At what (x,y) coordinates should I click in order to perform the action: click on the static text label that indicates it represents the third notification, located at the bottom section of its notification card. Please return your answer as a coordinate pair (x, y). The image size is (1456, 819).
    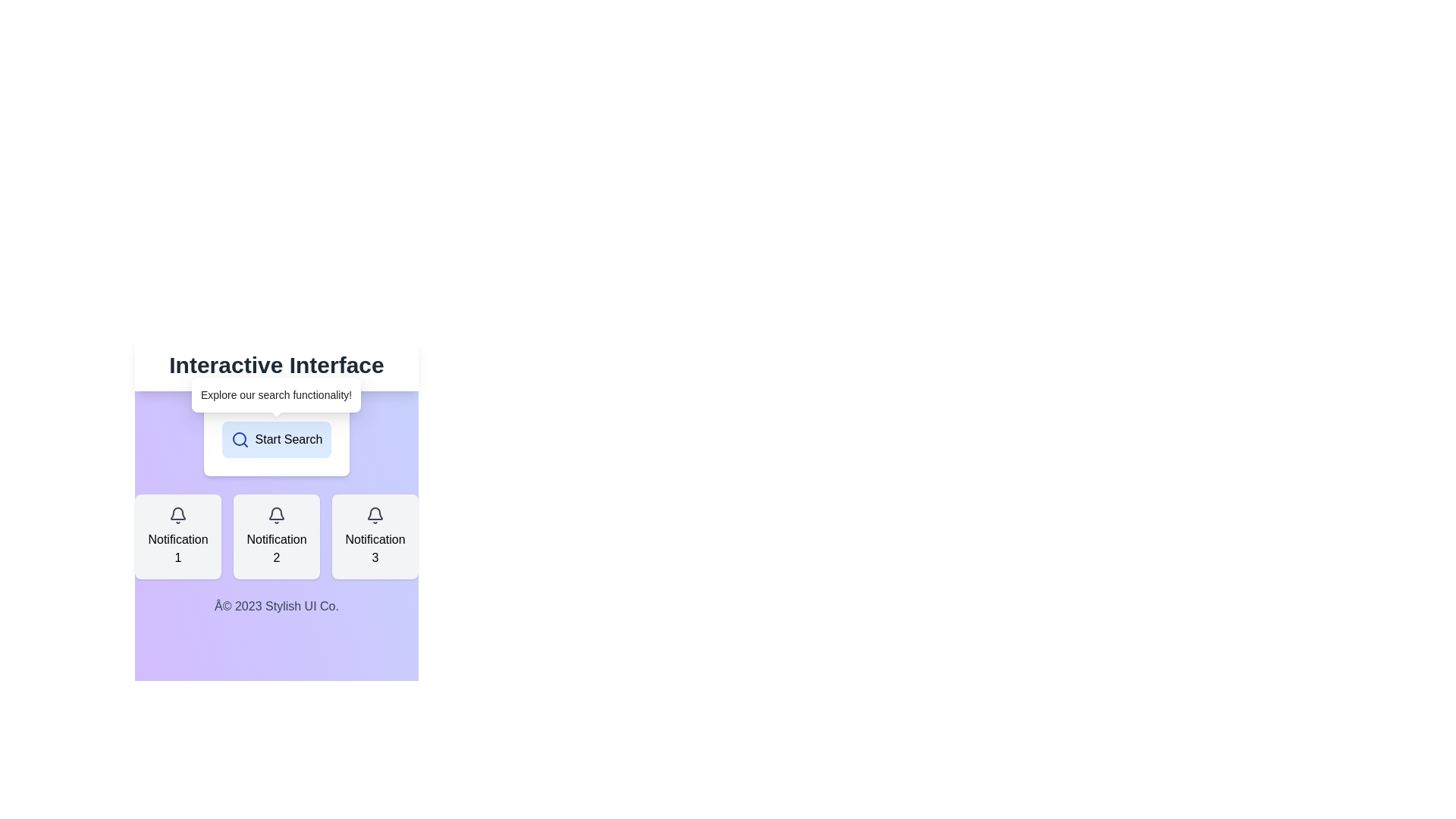
    Looking at the image, I should click on (375, 549).